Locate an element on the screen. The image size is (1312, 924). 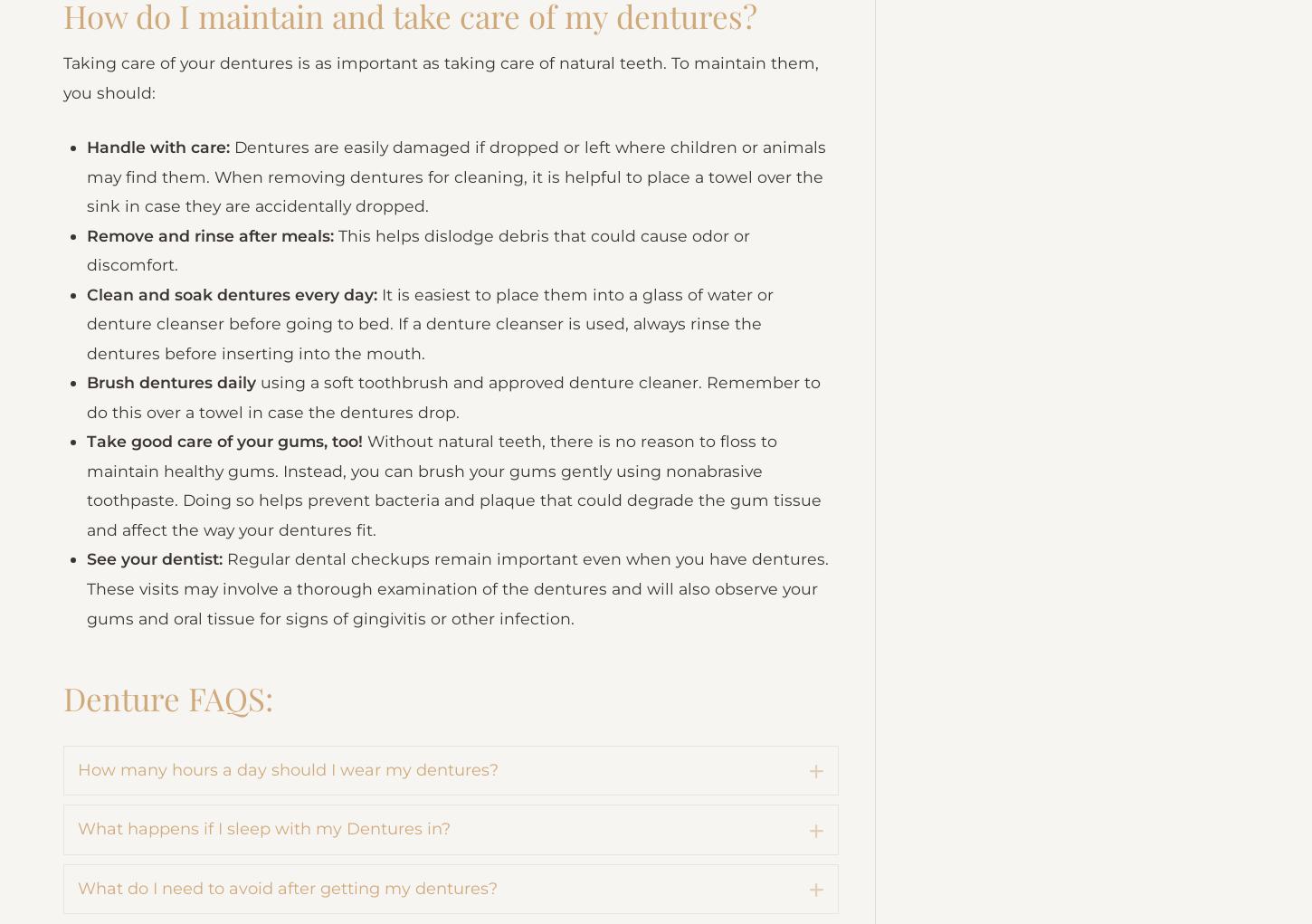
'Dentures are easily damaged if dropped or left where children or animals may find them. When removing dentures for cleaning, it is helpful to place a towel over the sink in case they are accidentally dropped.' is located at coordinates (88, 280).